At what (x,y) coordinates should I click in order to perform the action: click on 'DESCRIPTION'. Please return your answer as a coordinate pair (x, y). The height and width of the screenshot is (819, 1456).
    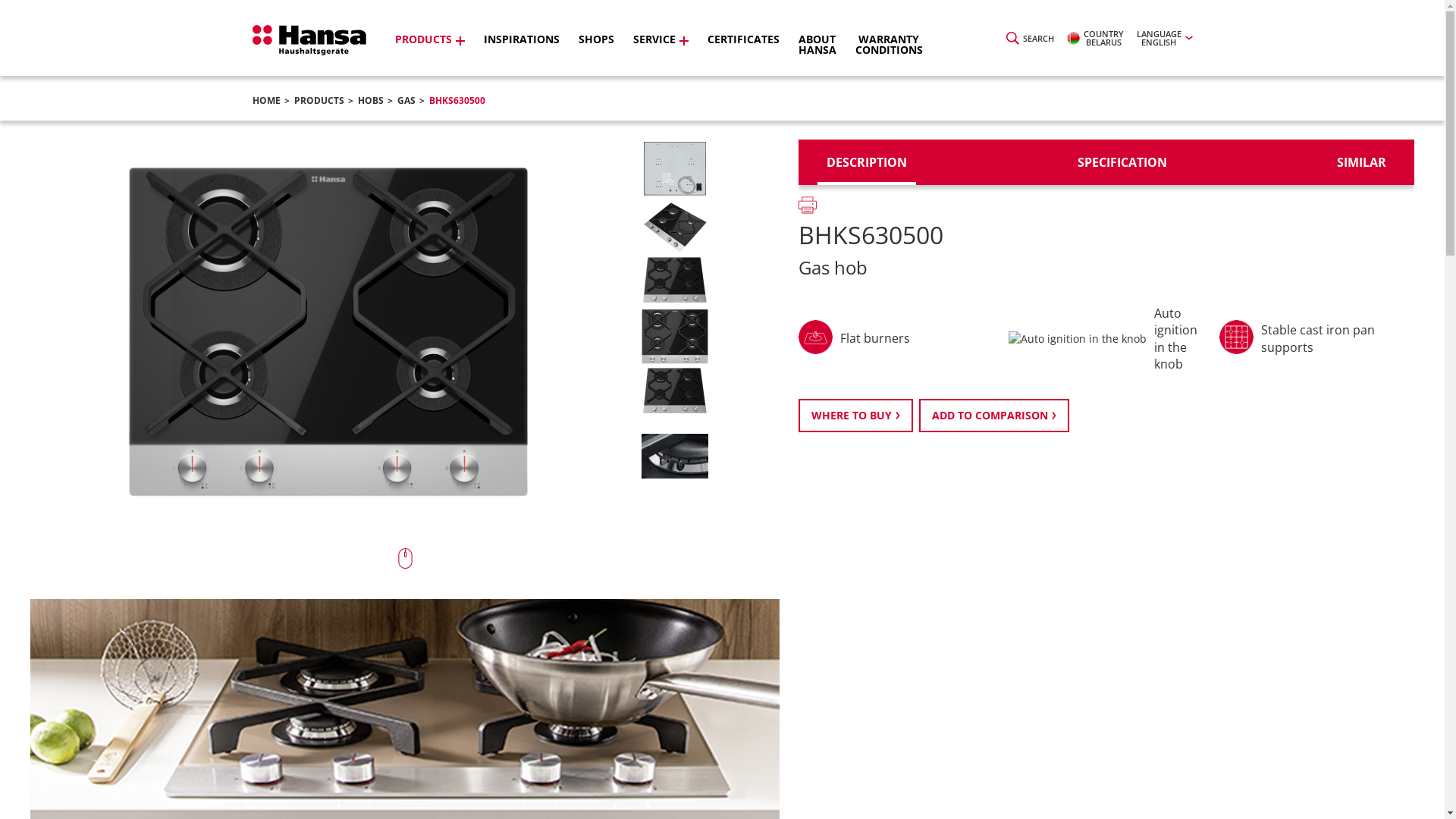
    Looking at the image, I should click on (866, 162).